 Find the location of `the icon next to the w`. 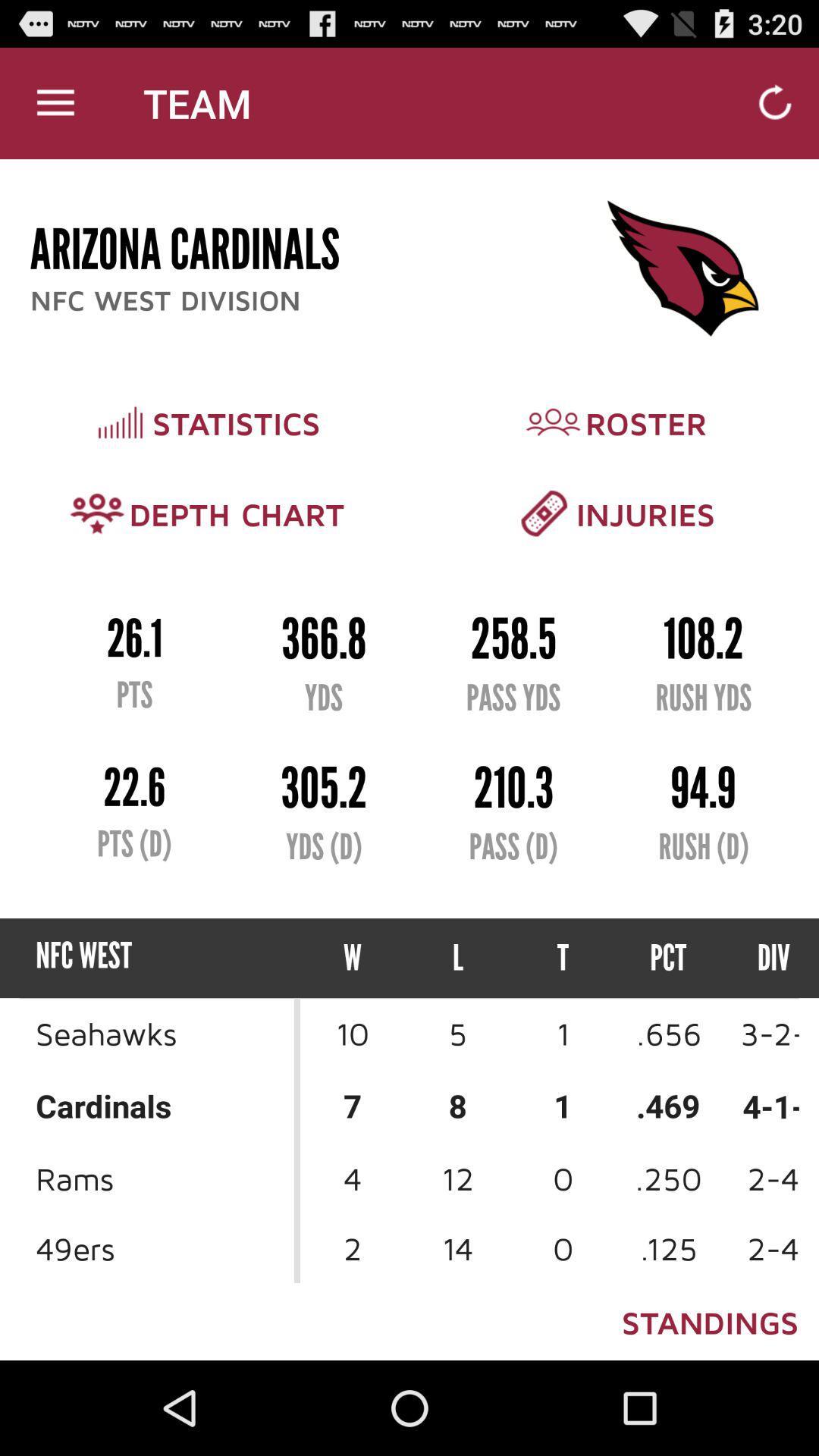

the icon next to the w is located at coordinates (457, 957).